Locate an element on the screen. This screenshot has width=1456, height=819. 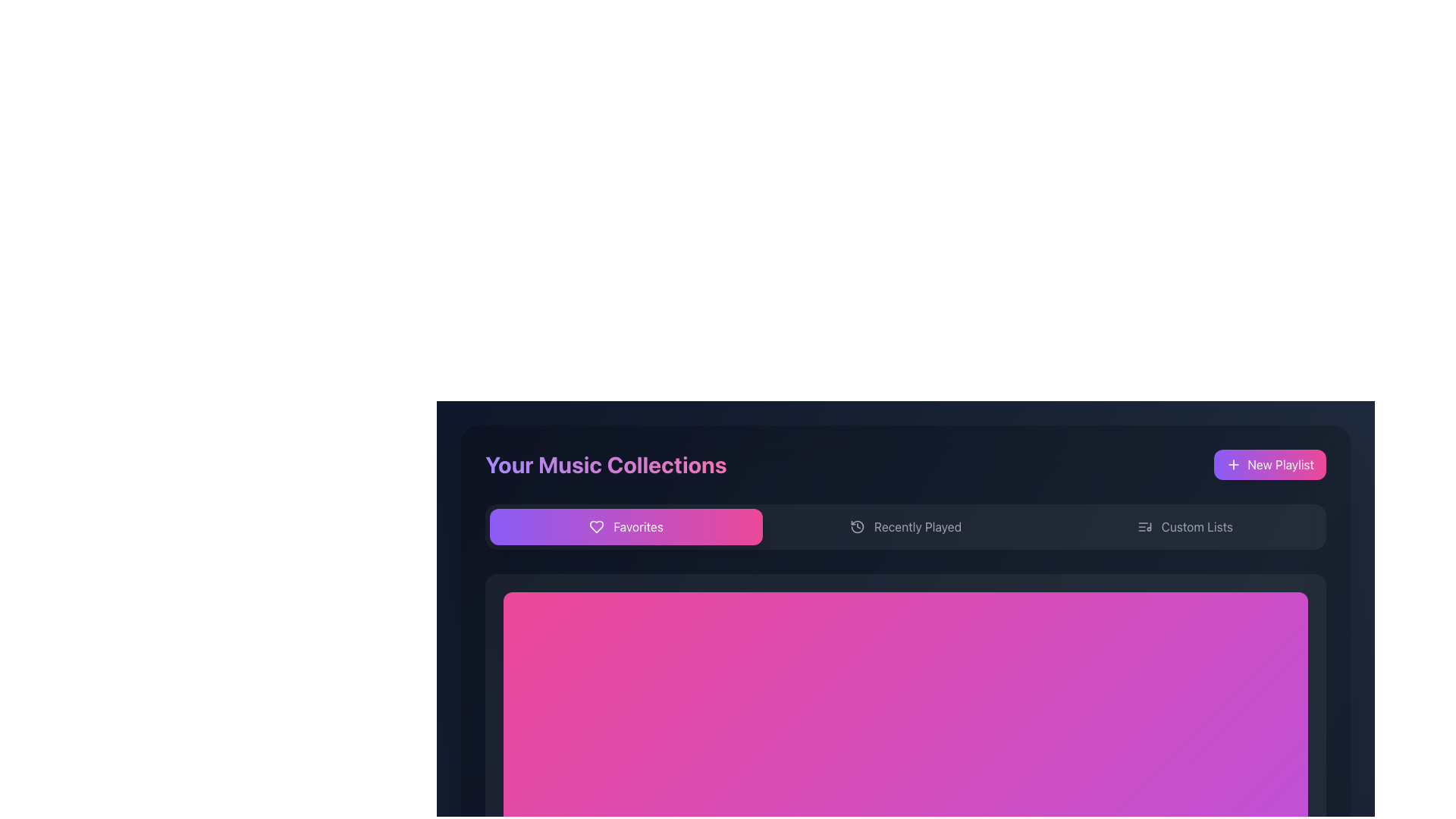
the 'New Playlist' button located in the top-right corner of the 'Your Music Collections' panel, which features white text on a gradient background is located at coordinates (1280, 464).